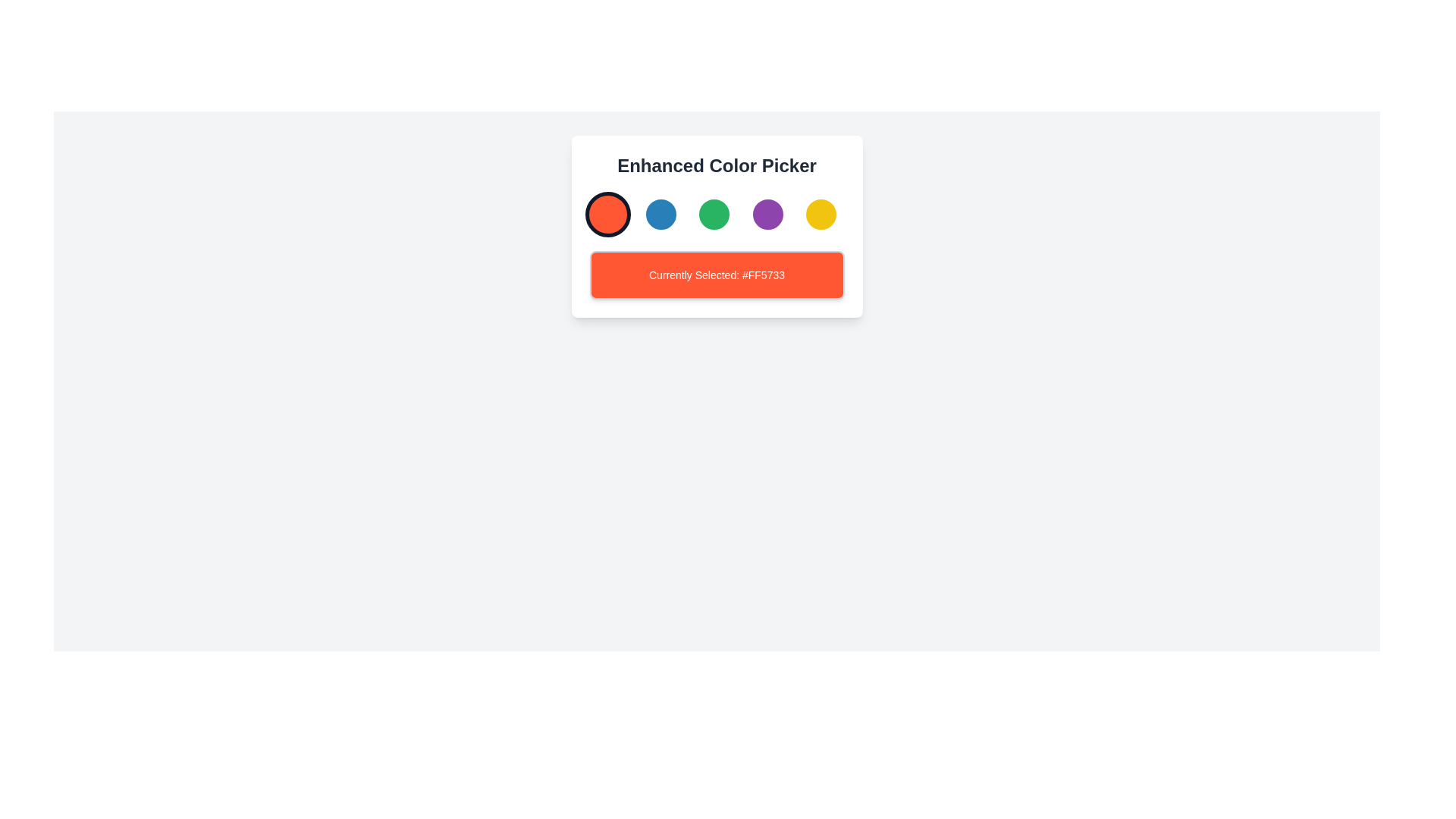 The width and height of the screenshot is (1456, 819). What do you see at coordinates (607, 214) in the screenshot?
I see `the first circular button in the 'Enhanced Color Picker' card` at bounding box center [607, 214].